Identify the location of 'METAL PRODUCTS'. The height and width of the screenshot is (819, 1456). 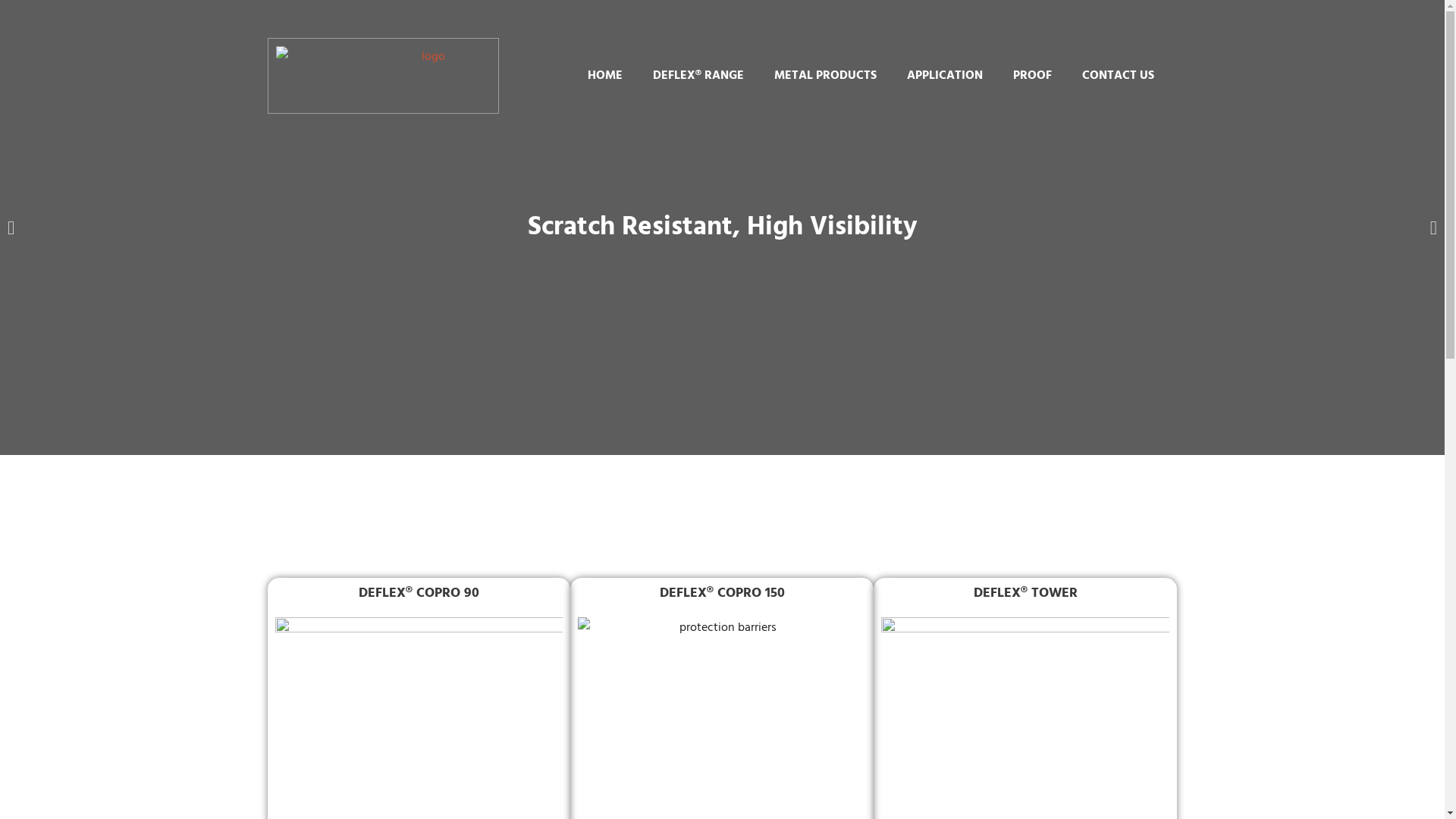
(824, 76).